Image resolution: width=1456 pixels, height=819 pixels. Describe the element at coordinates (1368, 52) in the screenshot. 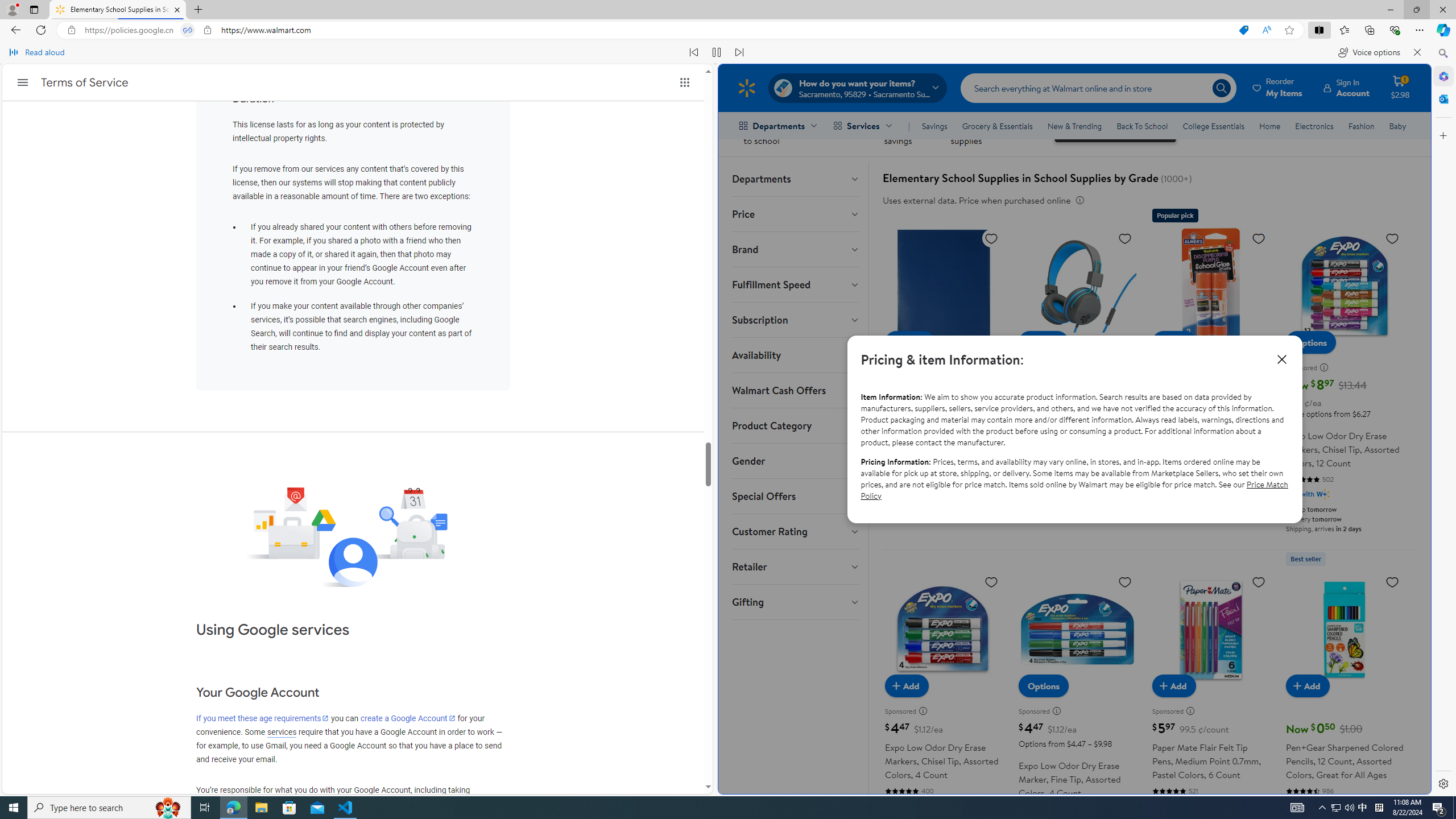

I see `'Voice options'` at that location.